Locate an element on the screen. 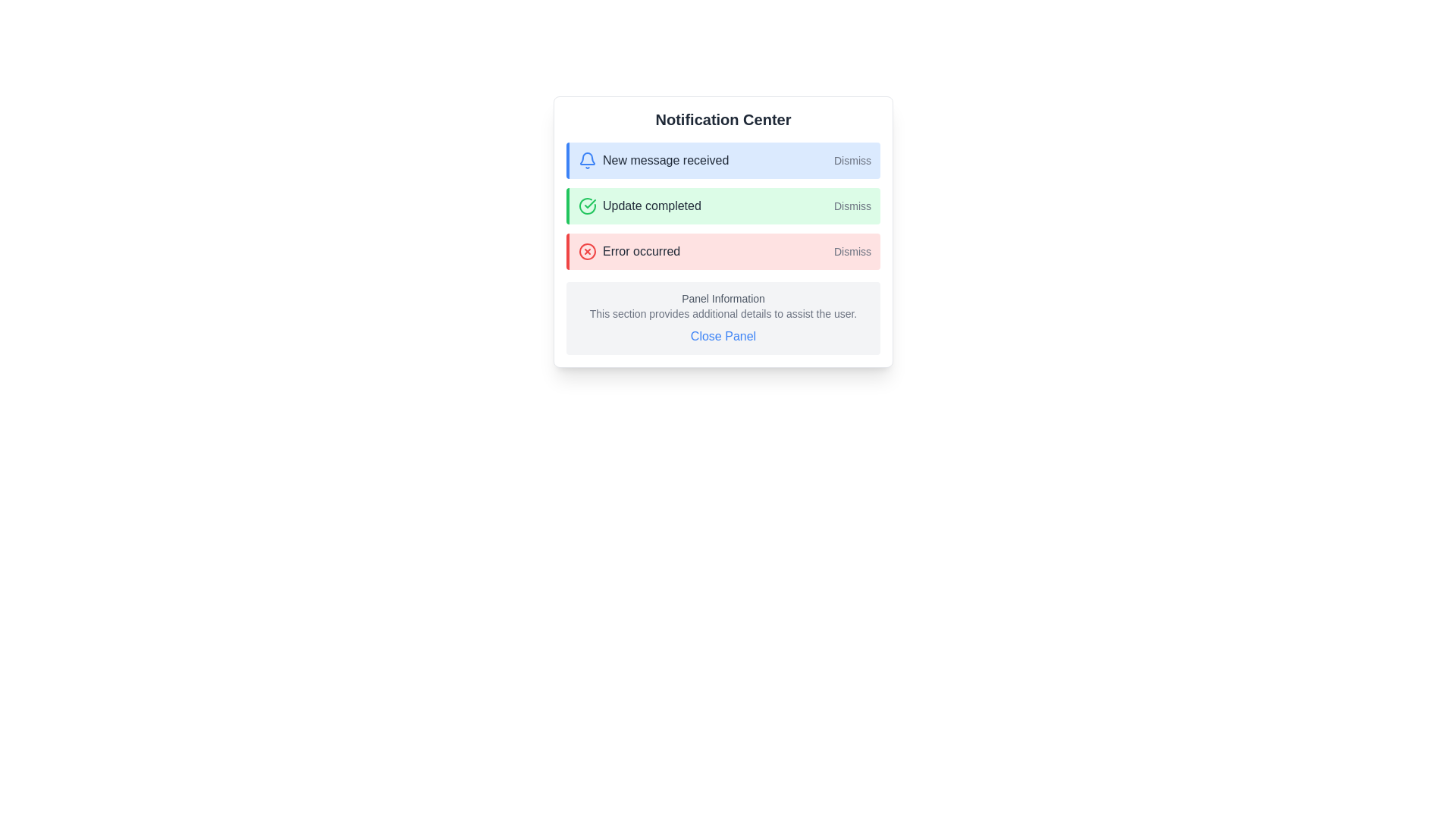 This screenshot has height=819, width=1456. the text label that reads 'Update completed' with a green checkmark icon, located in the Notification Center is located at coordinates (639, 206).